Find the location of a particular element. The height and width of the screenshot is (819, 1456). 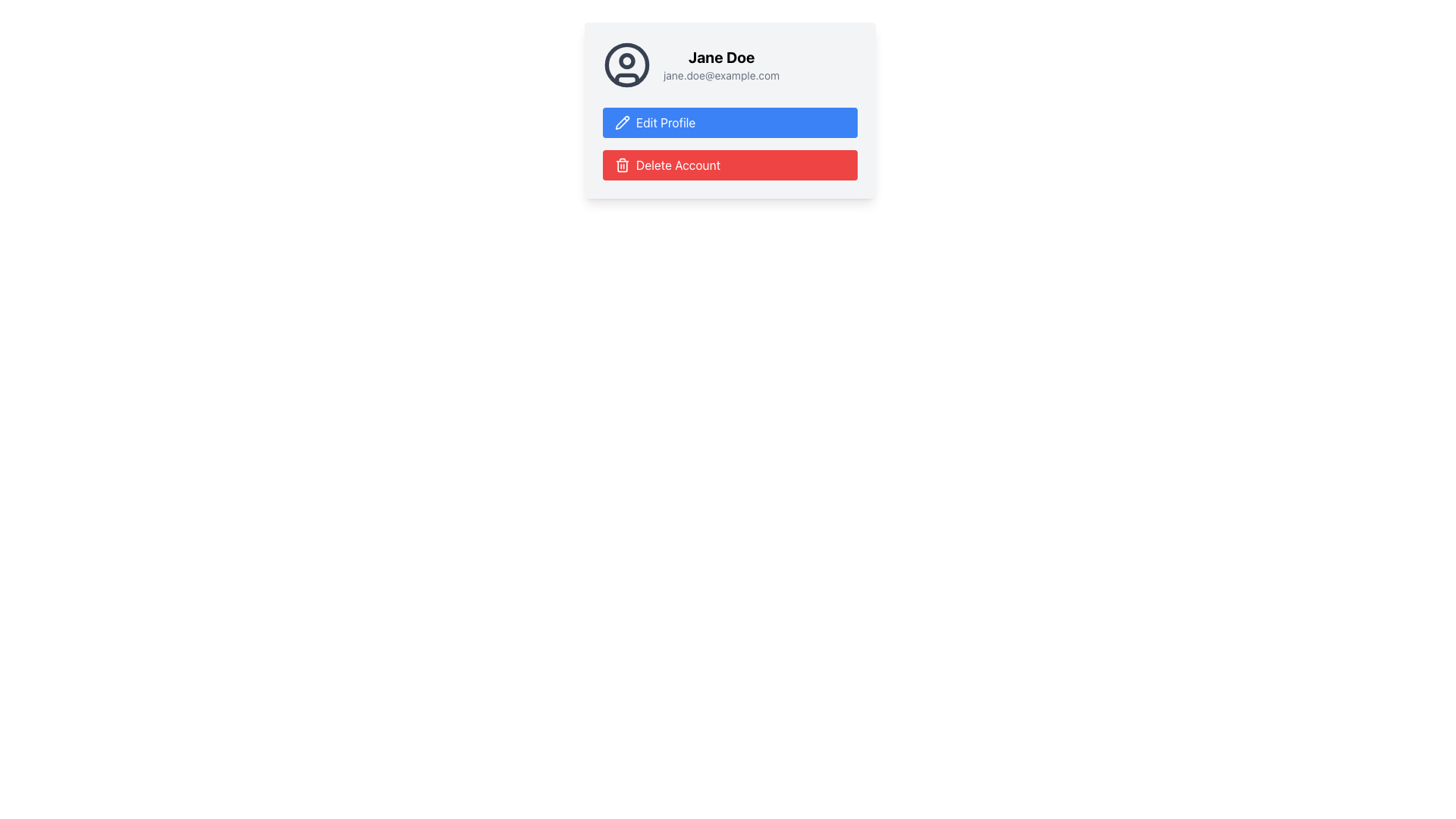

the Trash Can icon that symbolizes the 'Delete Account' button, located to the left of the button and near its vertical center is located at coordinates (622, 165).